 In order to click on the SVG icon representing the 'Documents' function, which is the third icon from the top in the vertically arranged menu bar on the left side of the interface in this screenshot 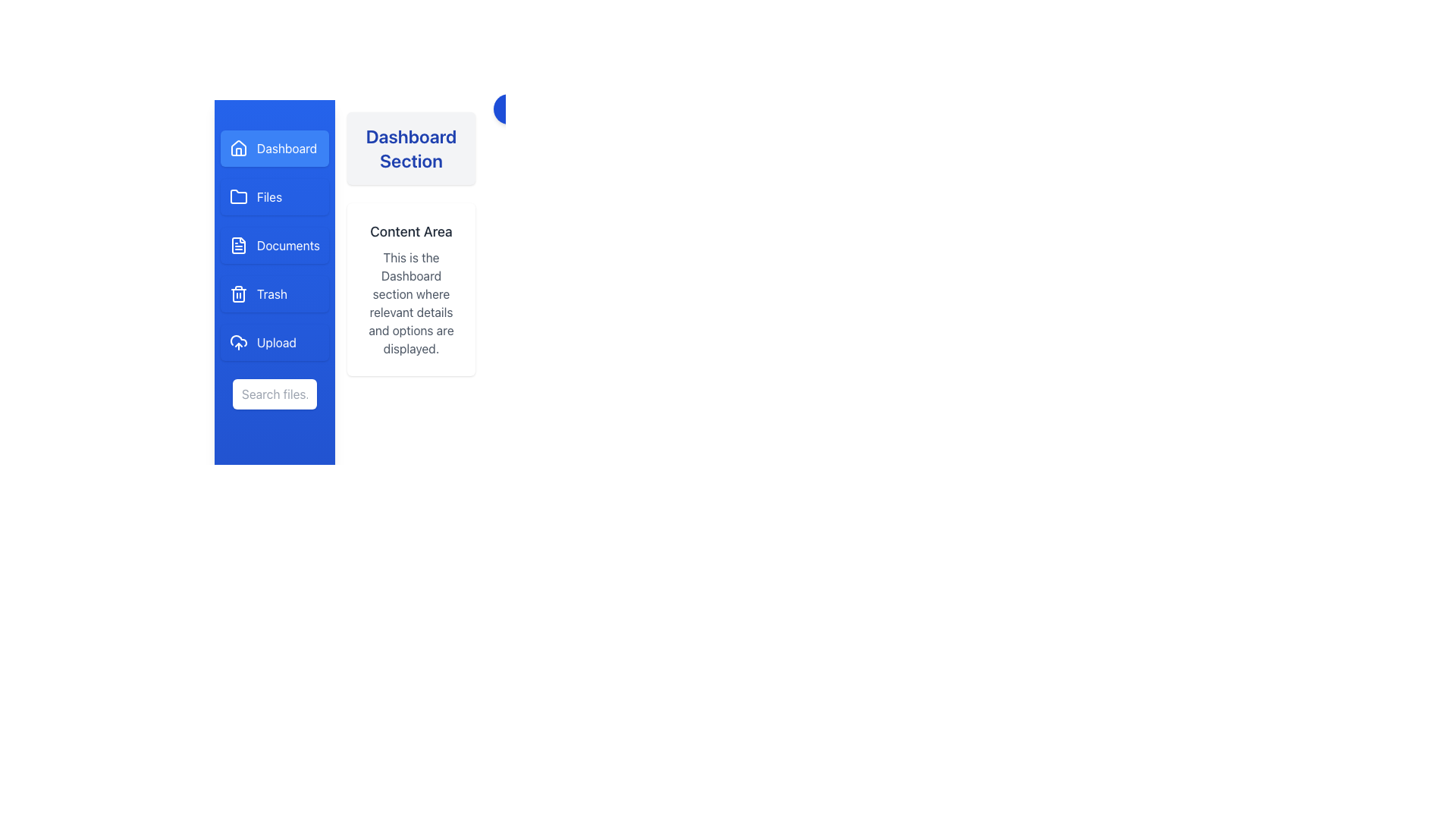, I will do `click(238, 245)`.